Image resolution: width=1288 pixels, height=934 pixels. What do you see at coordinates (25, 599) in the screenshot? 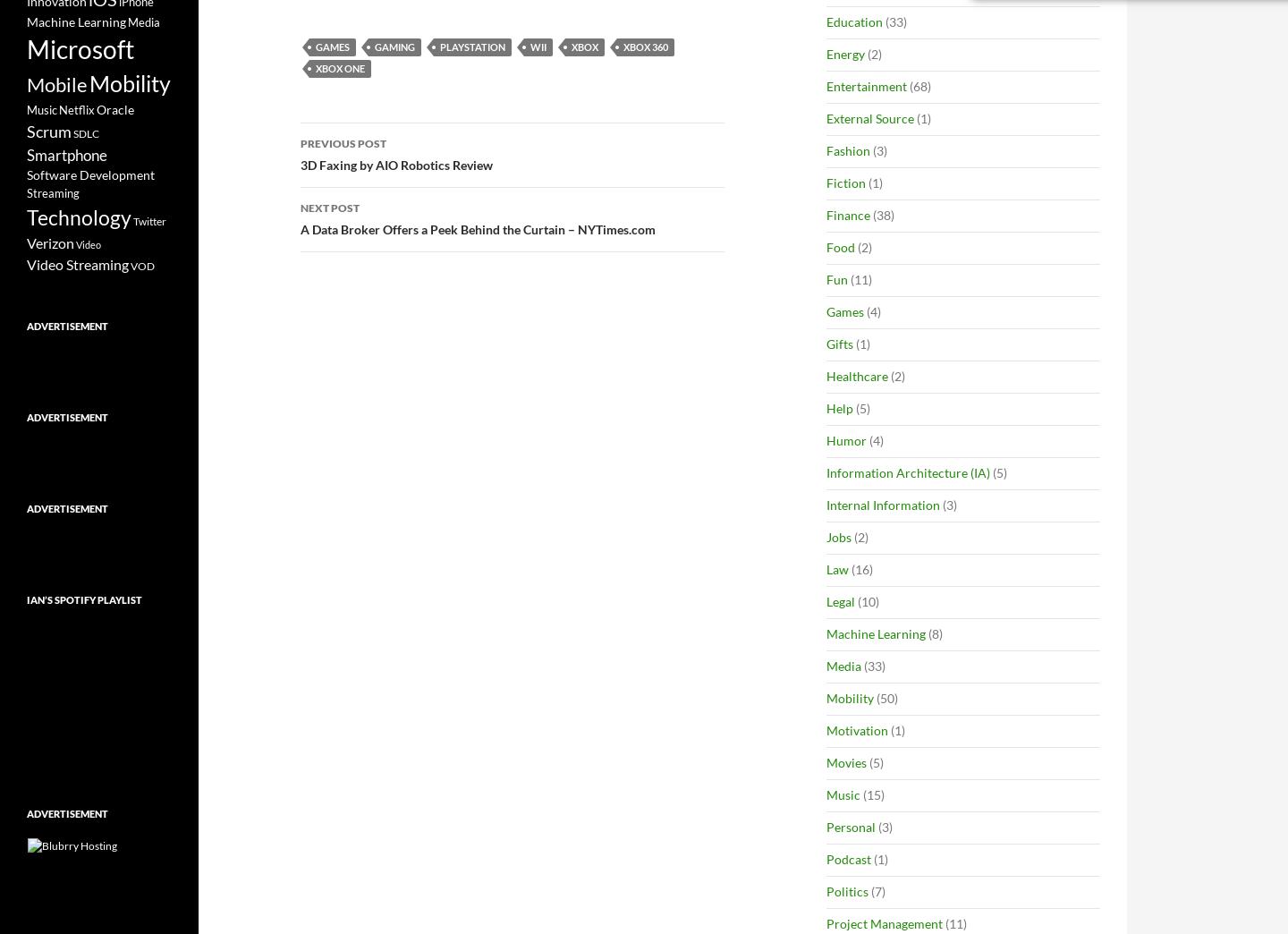
I see `'Ian’s Spotify Playlist'` at bounding box center [25, 599].